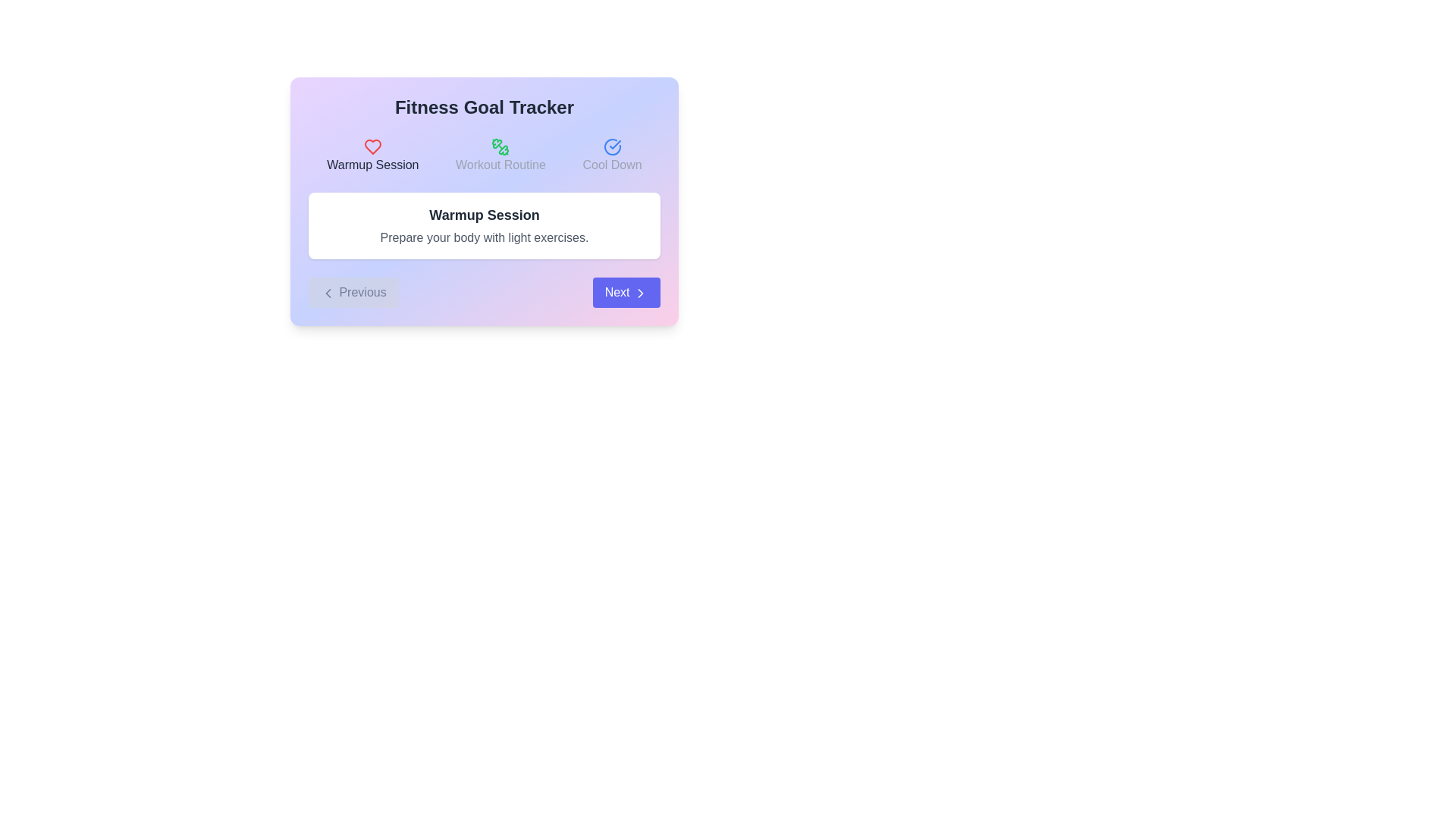 The image size is (1456, 819). What do you see at coordinates (353, 292) in the screenshot?
I see `the 'Previous' button located at the bottom left of the 'Fitness Goal Tracker' interface` at bounding box center [353, 292].